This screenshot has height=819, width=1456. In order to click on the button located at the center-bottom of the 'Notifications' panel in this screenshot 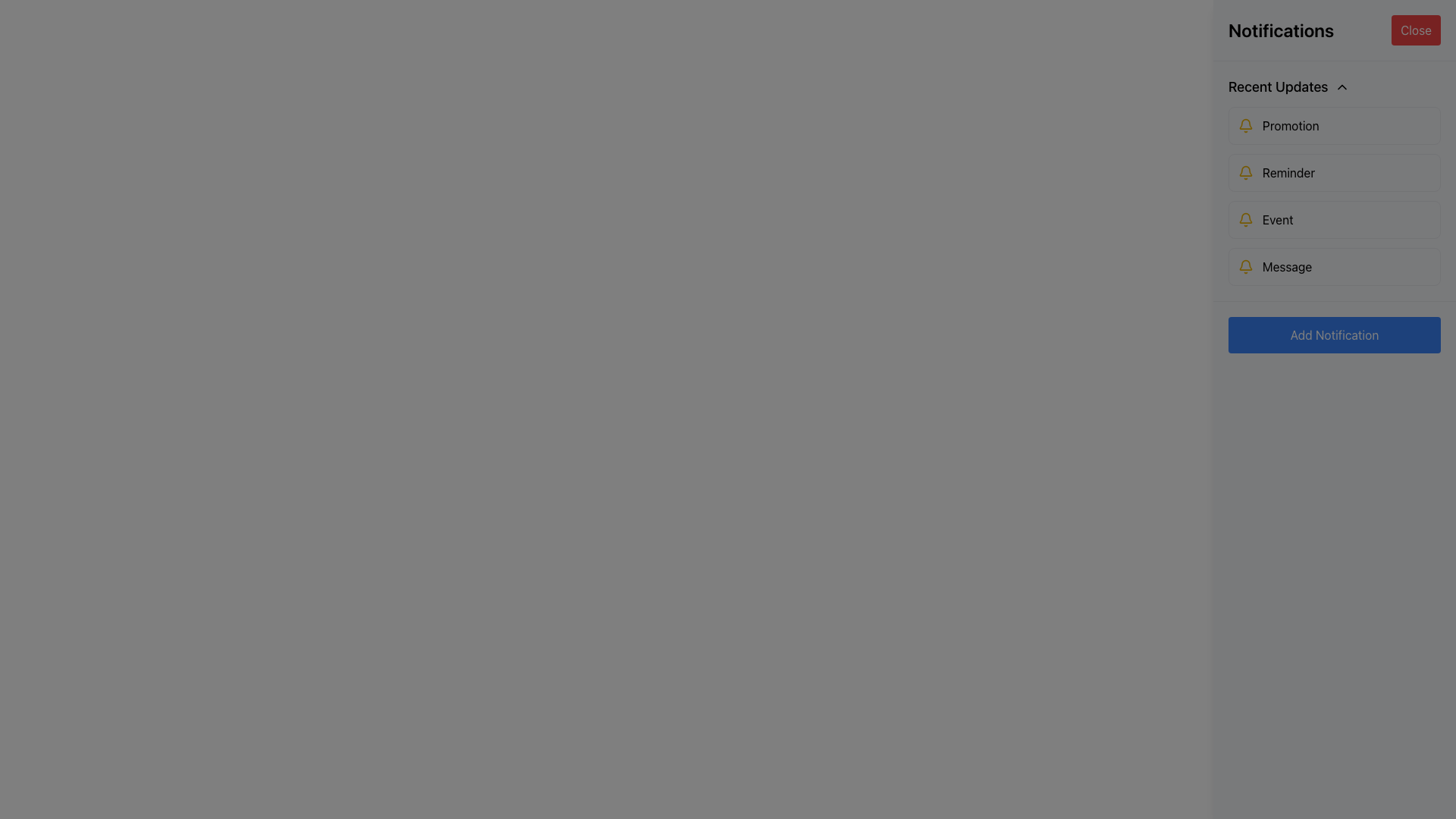, I will do `click(1335, 334)`.